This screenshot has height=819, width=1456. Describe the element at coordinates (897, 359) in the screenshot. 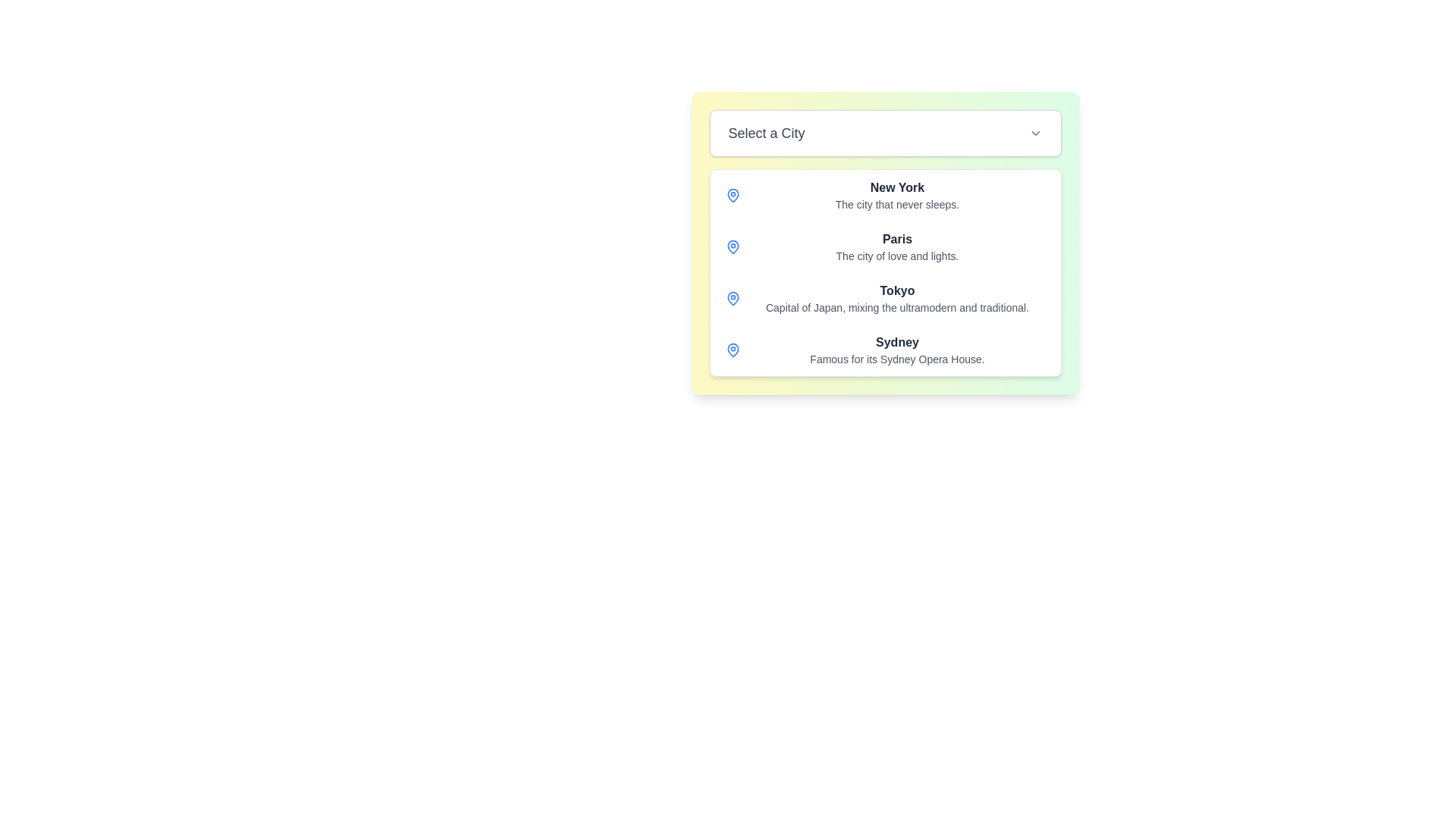

I see `the text label that contains 'Famous for its Sydney Opera House.' positioned beneath the bold 'Sydney' label in the dropdown menu` at that location.